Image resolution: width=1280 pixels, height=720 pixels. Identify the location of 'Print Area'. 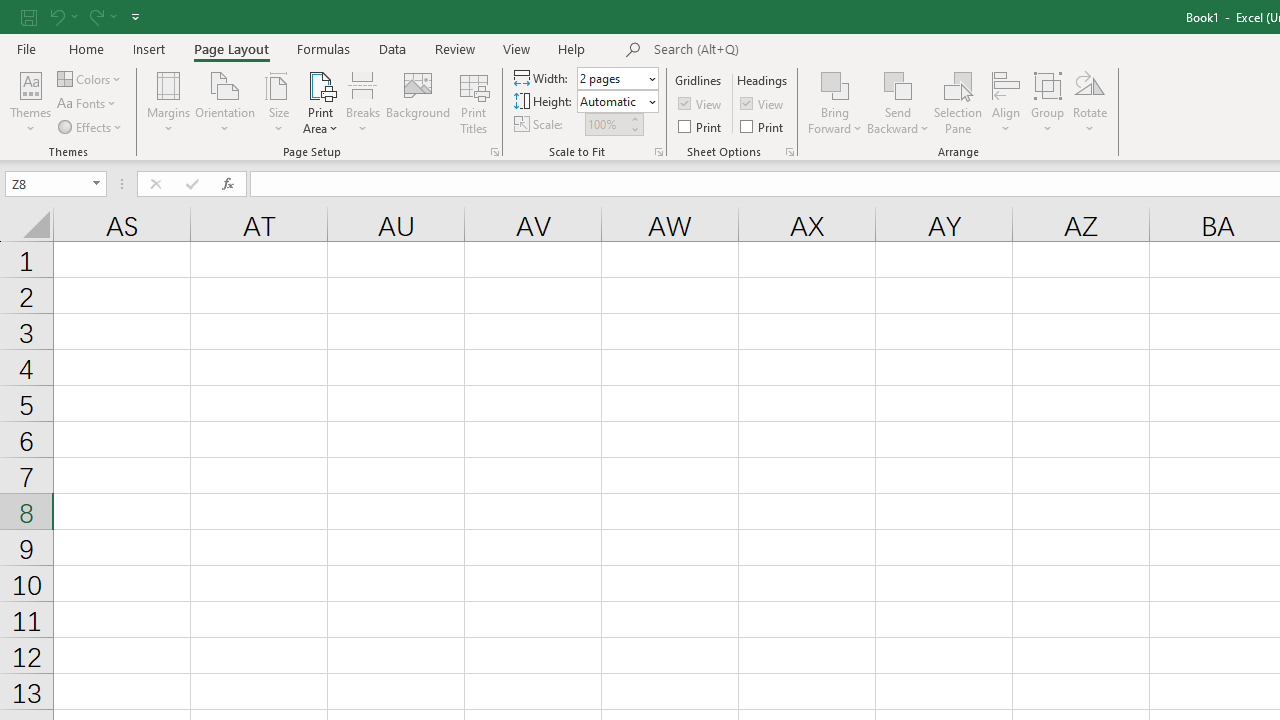
(320, 103).